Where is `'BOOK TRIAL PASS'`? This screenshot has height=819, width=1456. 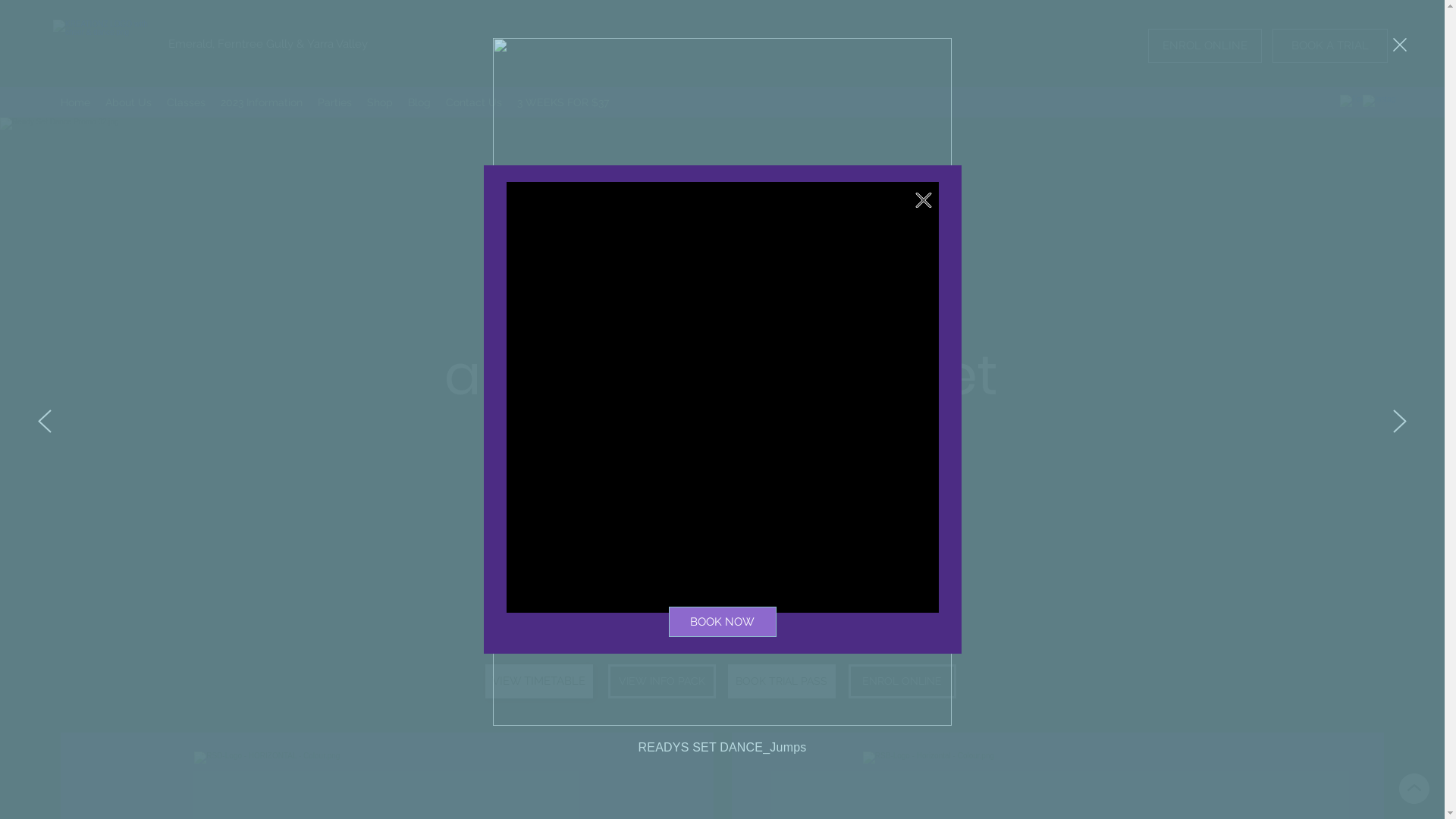
'BOOK TRIAL PASS' is located at coordinates (728, 680).